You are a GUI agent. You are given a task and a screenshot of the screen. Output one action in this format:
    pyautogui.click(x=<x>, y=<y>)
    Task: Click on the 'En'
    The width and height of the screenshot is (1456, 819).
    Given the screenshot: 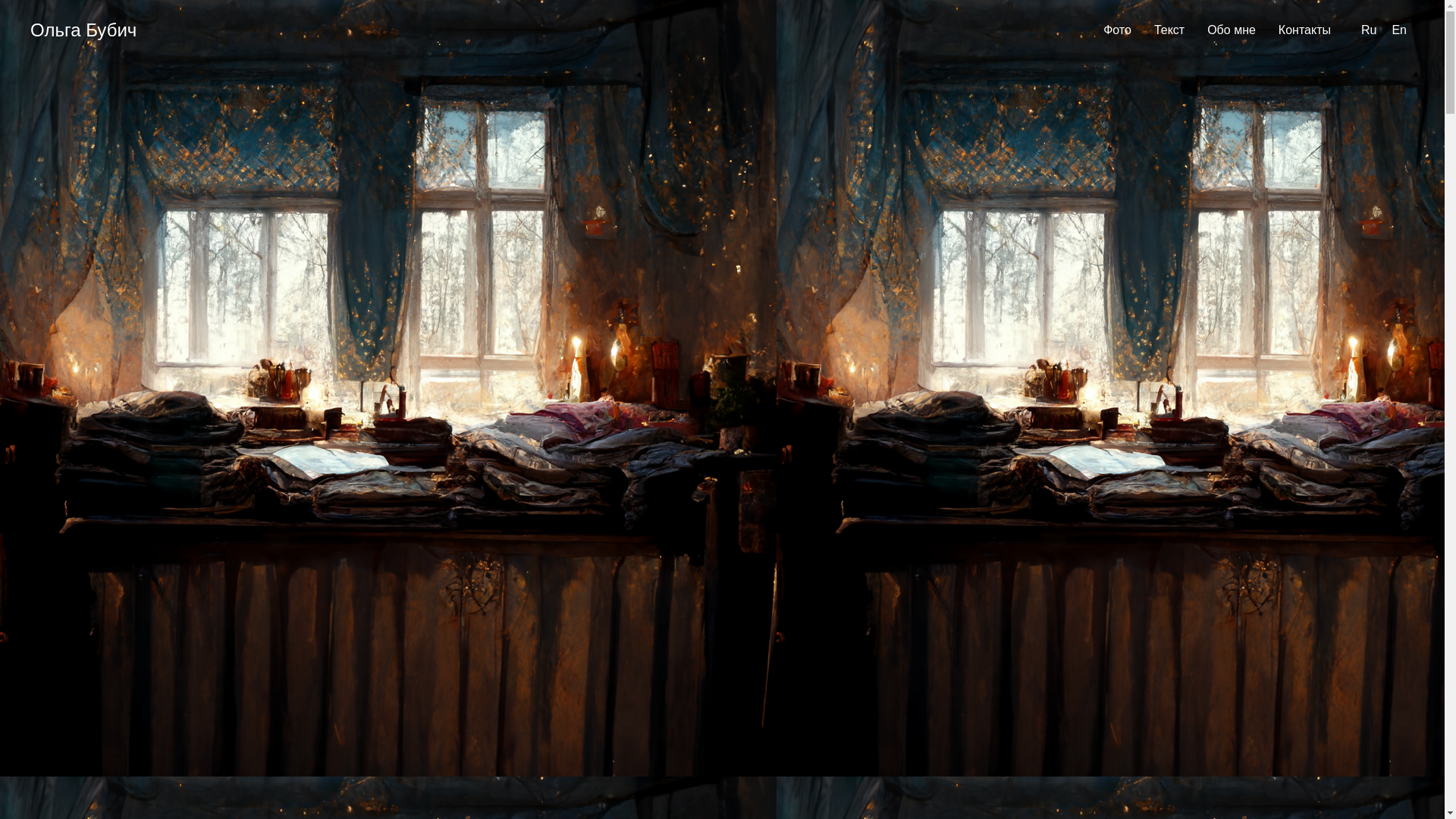 What is the action you would take?
    pyautogui.click(x=1391, y=30)
    